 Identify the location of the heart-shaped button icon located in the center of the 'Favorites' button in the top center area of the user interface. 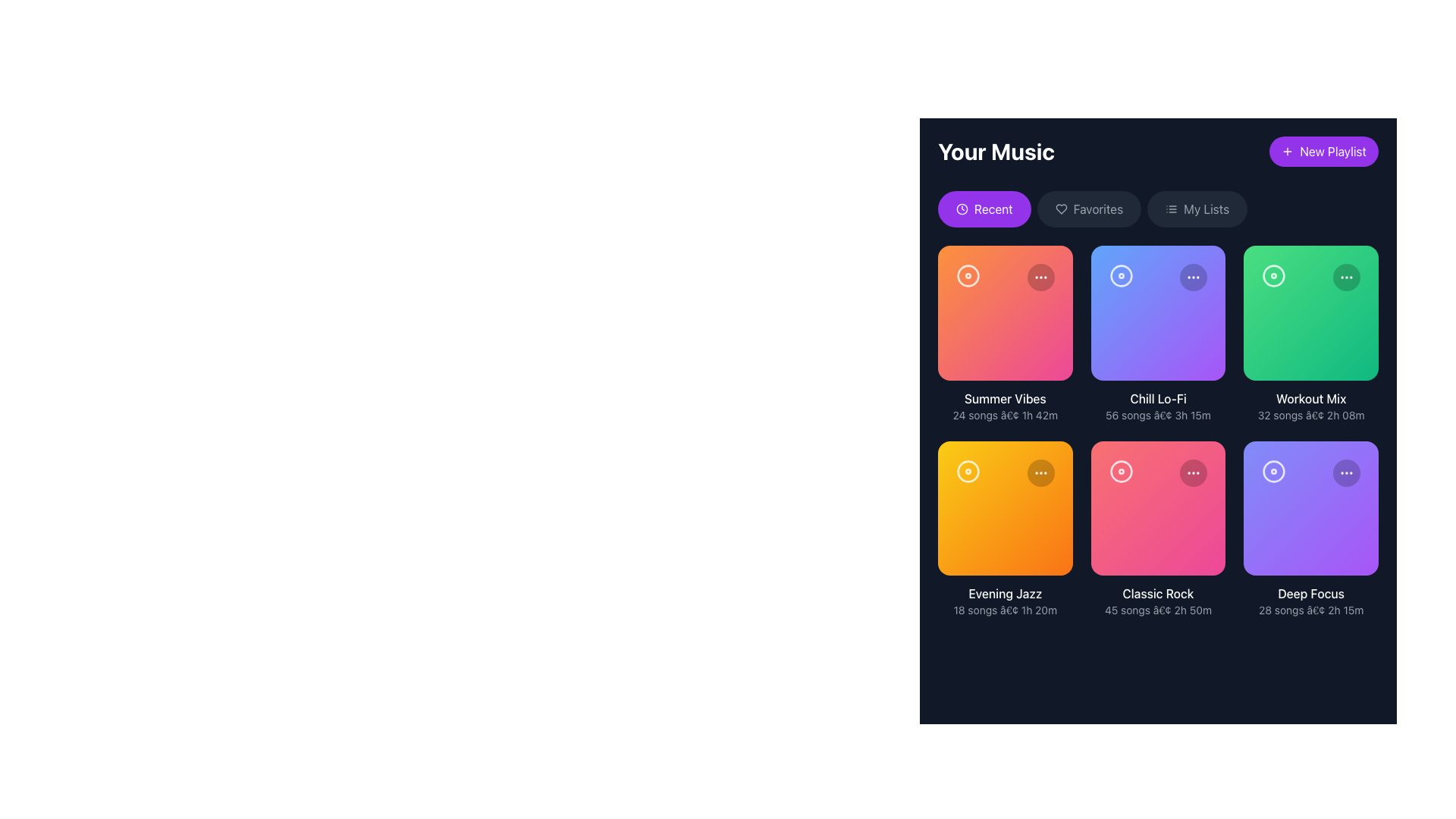
(1060, 209).